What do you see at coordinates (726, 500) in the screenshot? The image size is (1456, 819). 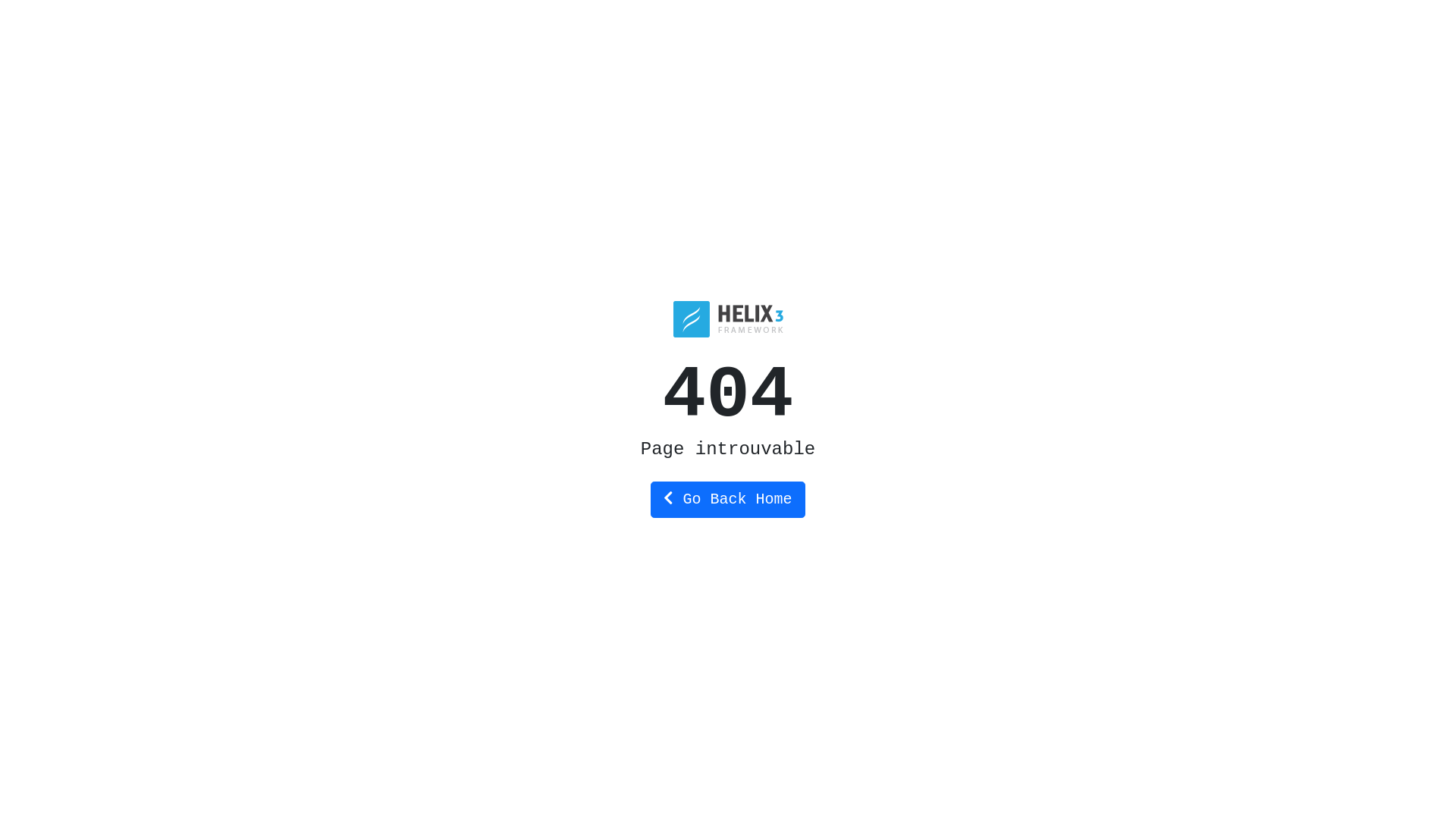 I see `'Go Back Home'` at bounding box center [726, 500].